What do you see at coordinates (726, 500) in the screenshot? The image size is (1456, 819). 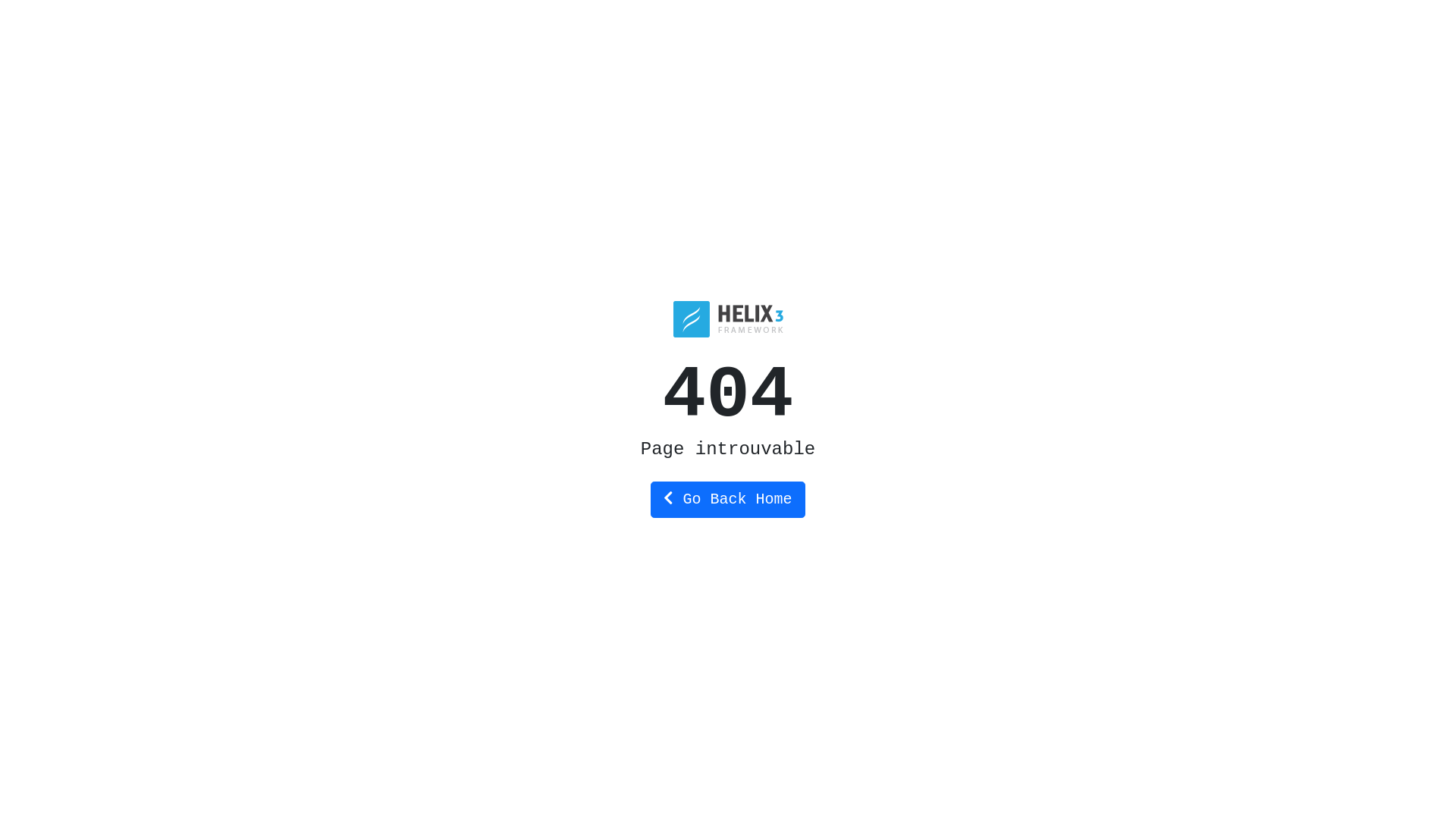 I see `'Go Back Home'` at bounding box center [726, 500].